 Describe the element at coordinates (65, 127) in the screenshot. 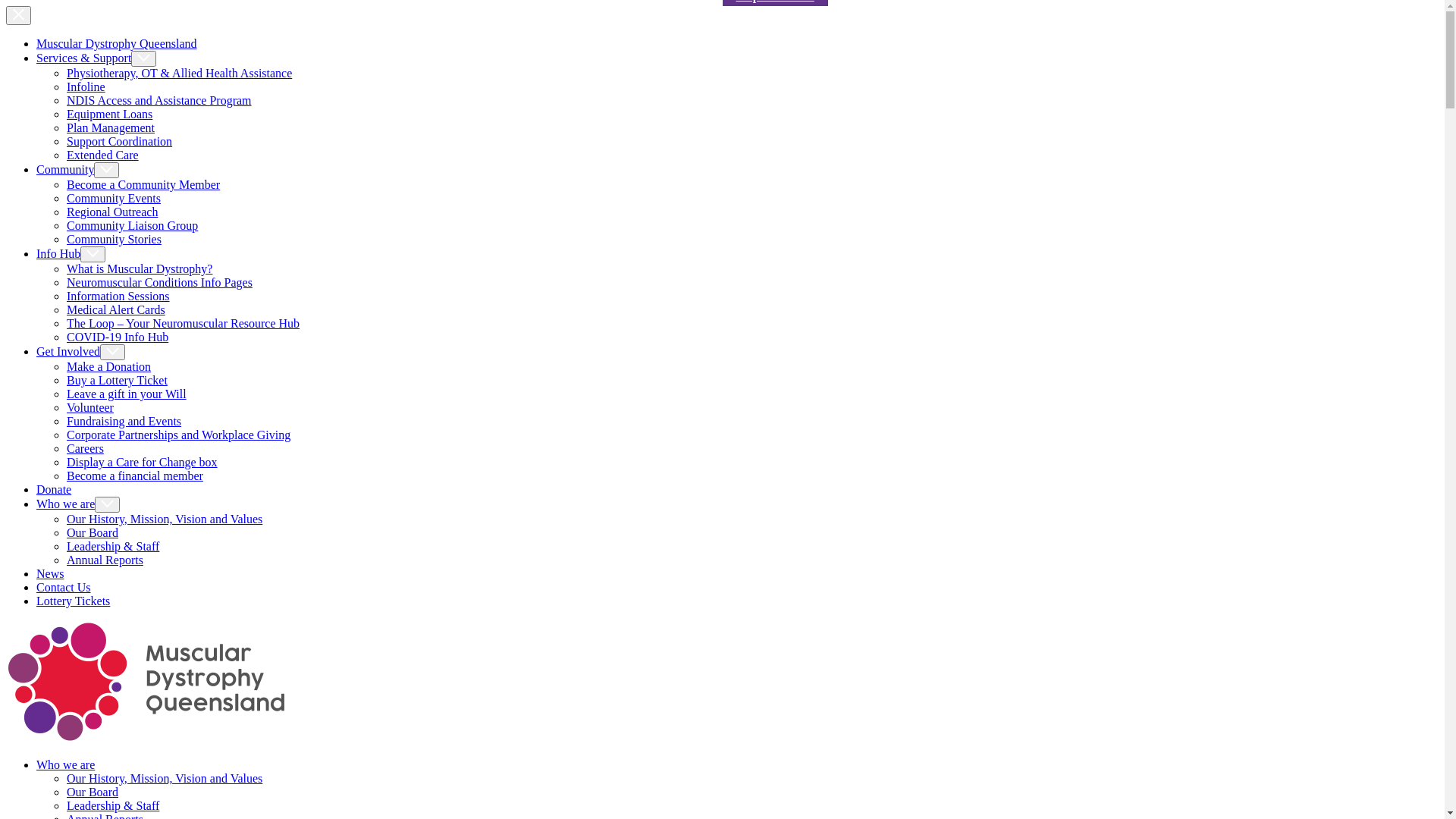

I see `'Plan Management'` at that location.